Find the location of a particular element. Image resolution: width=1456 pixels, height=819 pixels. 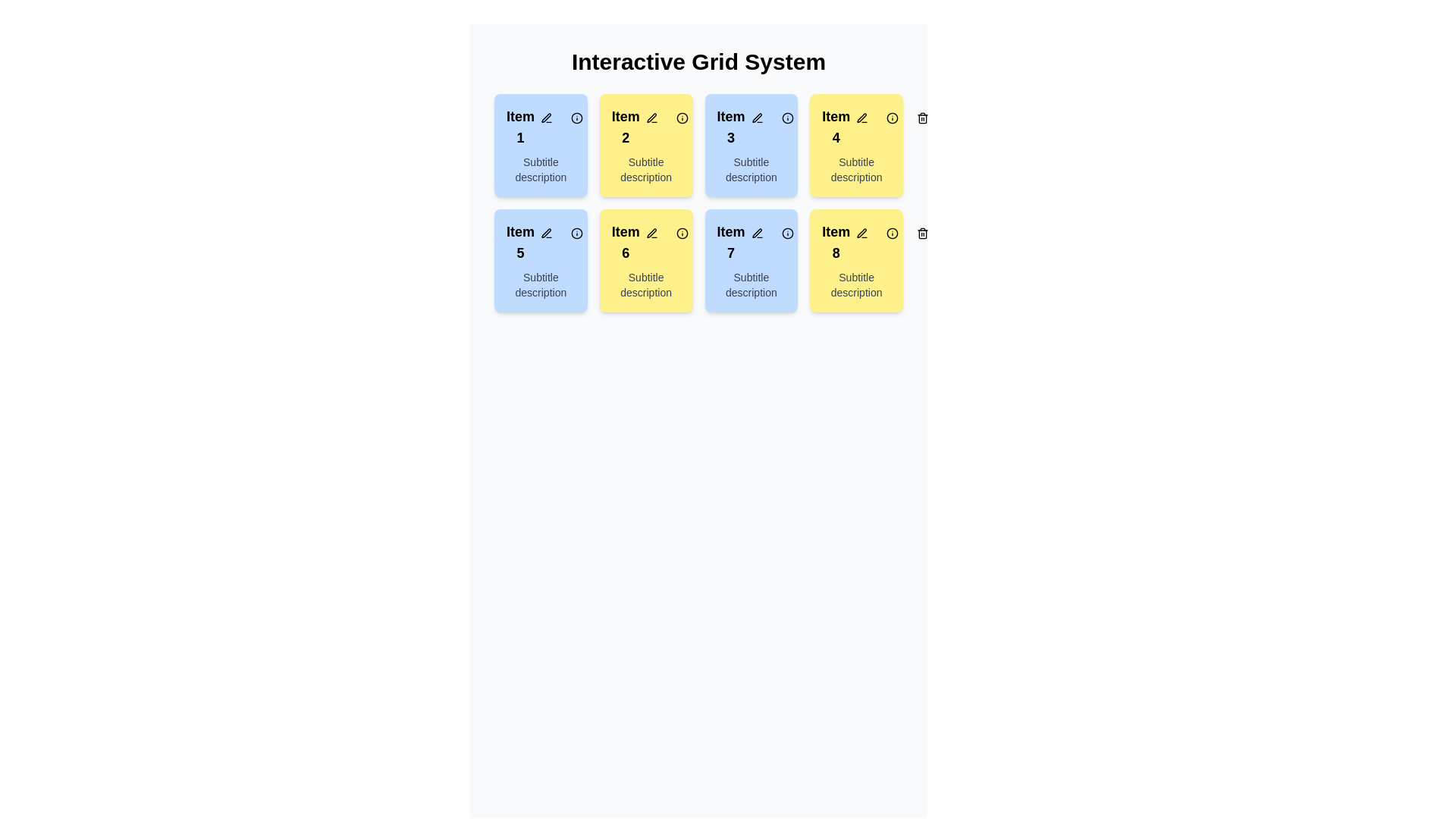

the static text label located at the bottom of the sixth card labeled 'Item 6' in the middle right of the grid is located at coordinates (646, 284).